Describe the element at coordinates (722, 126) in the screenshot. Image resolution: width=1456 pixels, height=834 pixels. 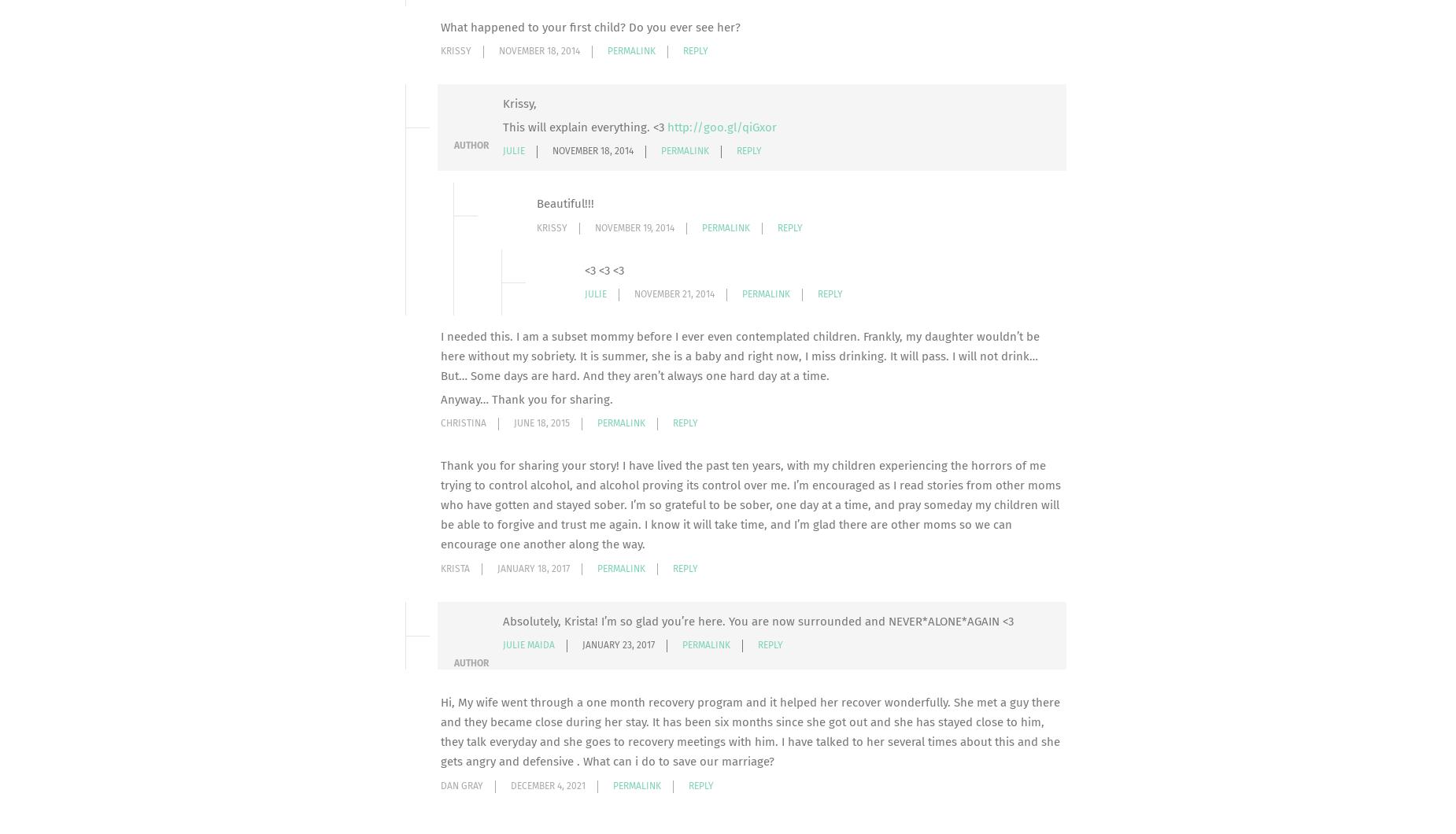
I see `'http://goo.gl/qiGxor'` at that location.